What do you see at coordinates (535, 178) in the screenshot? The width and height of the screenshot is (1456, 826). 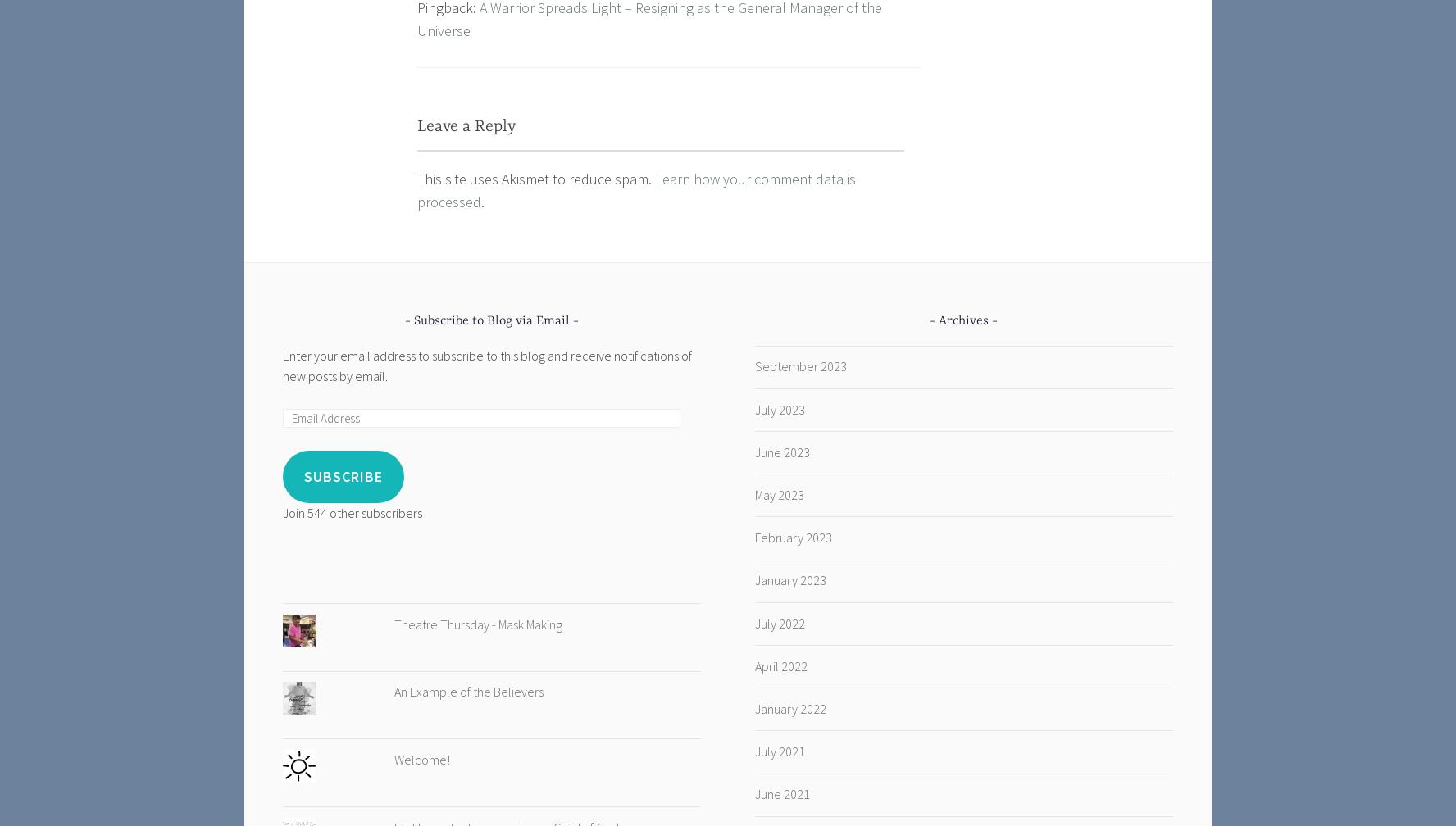 I see `'This site uses Akismet to reduce spam.'` at bounding box center [535, 178].